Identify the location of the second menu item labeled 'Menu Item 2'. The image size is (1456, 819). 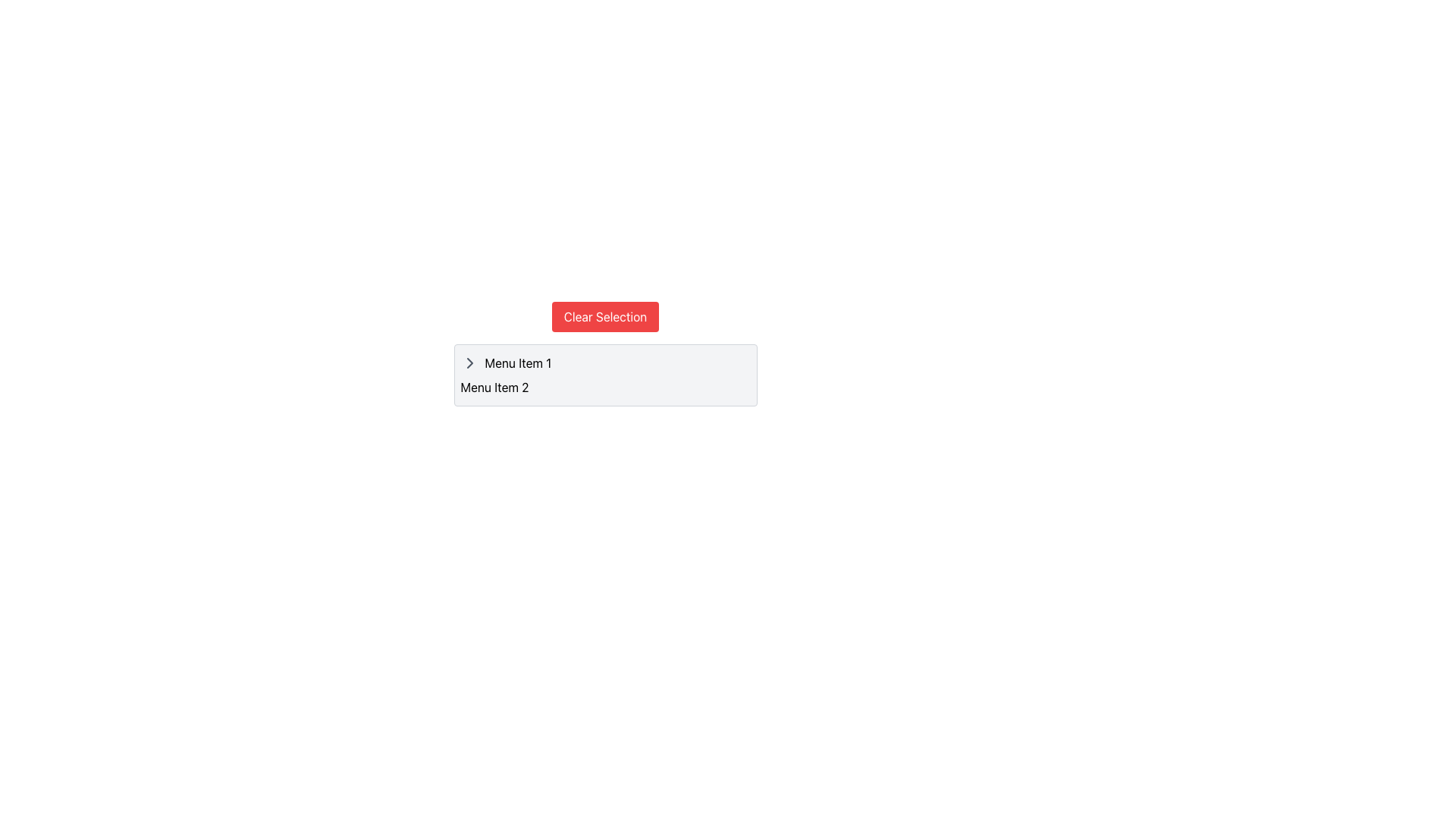
(604, 386).